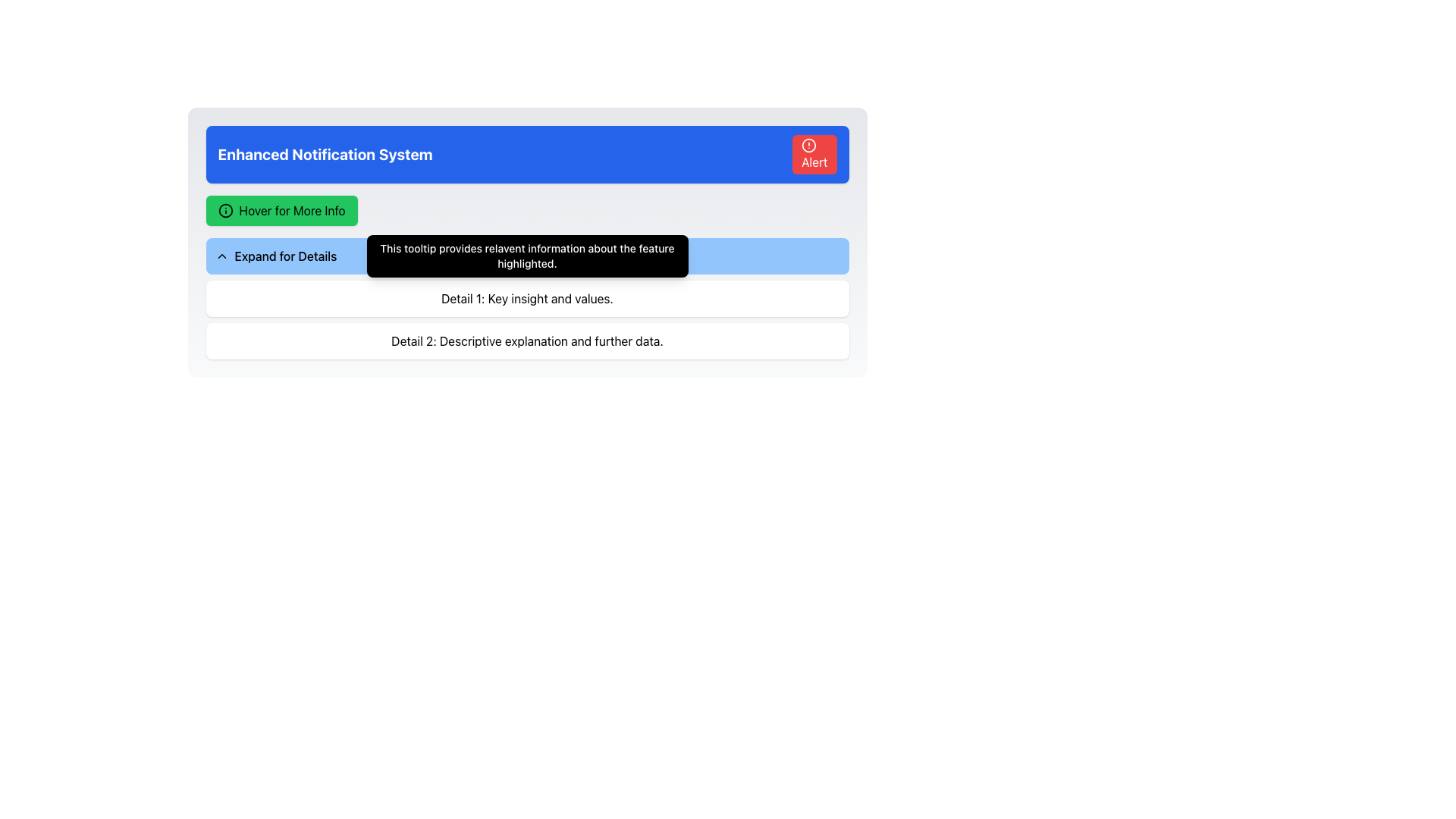 This screenshot has height=819, width=1456. Describe the element at coordinates (808, 146) in the screenshot. I see `the circular warning icon with a red border and white interior, located within the 'Alert' button at the top-right corner of the interface` at that location.